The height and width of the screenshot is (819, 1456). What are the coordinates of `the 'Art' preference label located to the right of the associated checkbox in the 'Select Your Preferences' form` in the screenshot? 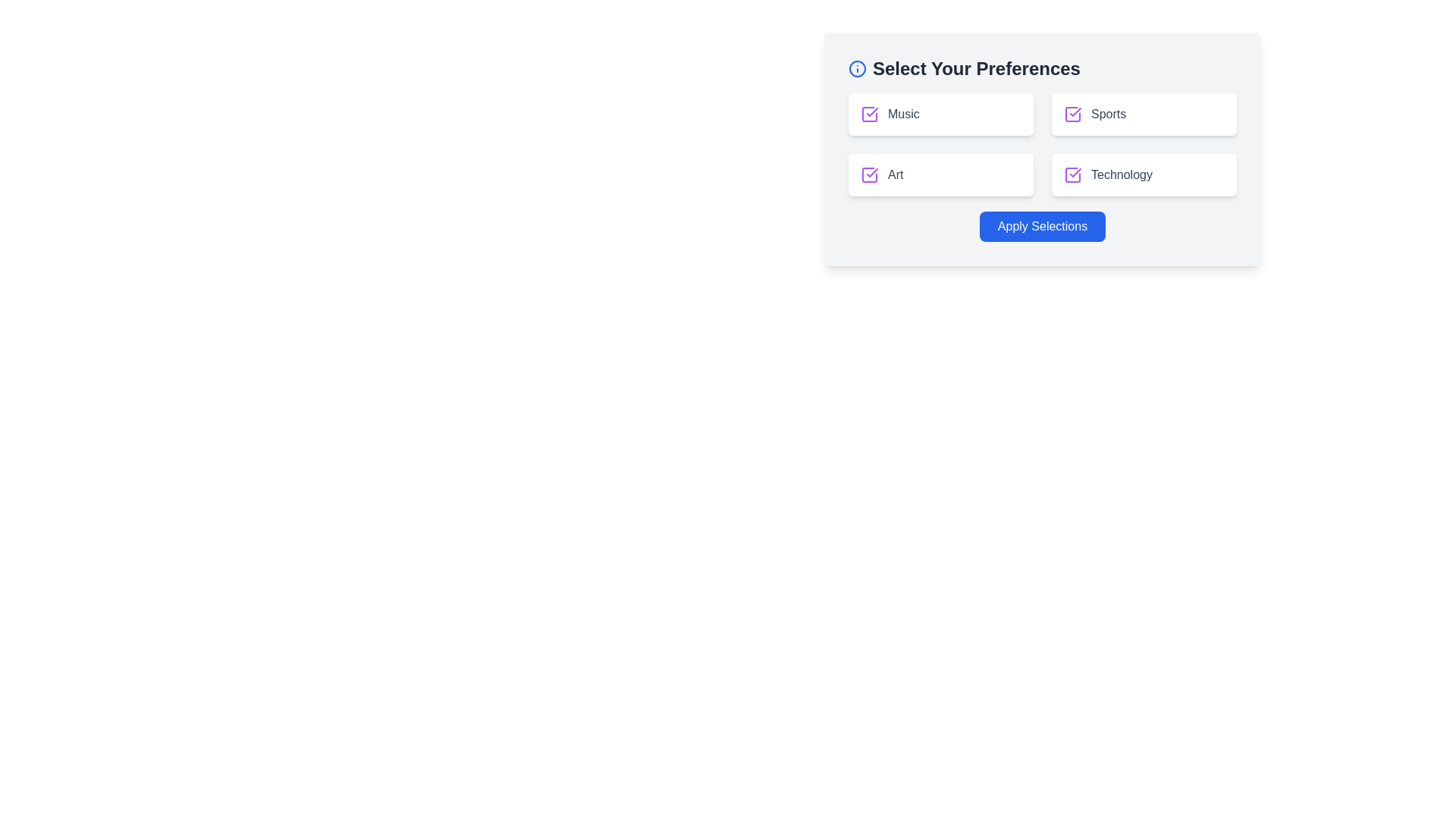 It's located at (896, 174).